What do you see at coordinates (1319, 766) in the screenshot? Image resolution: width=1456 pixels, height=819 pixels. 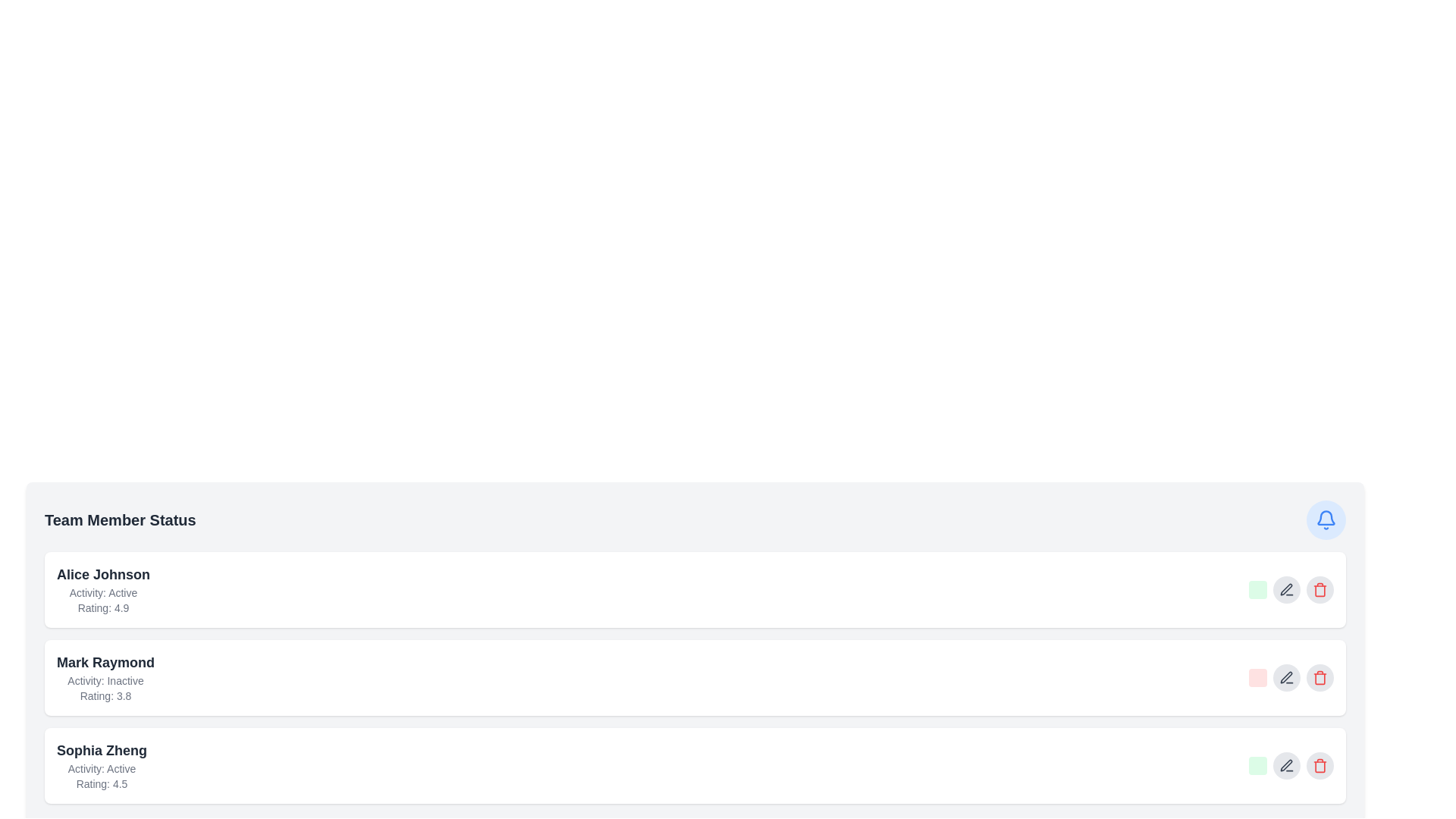 I see `the delete icon button located on the far right side of the third row under 'Team Member Status'` at bounding box center [1319, 766].